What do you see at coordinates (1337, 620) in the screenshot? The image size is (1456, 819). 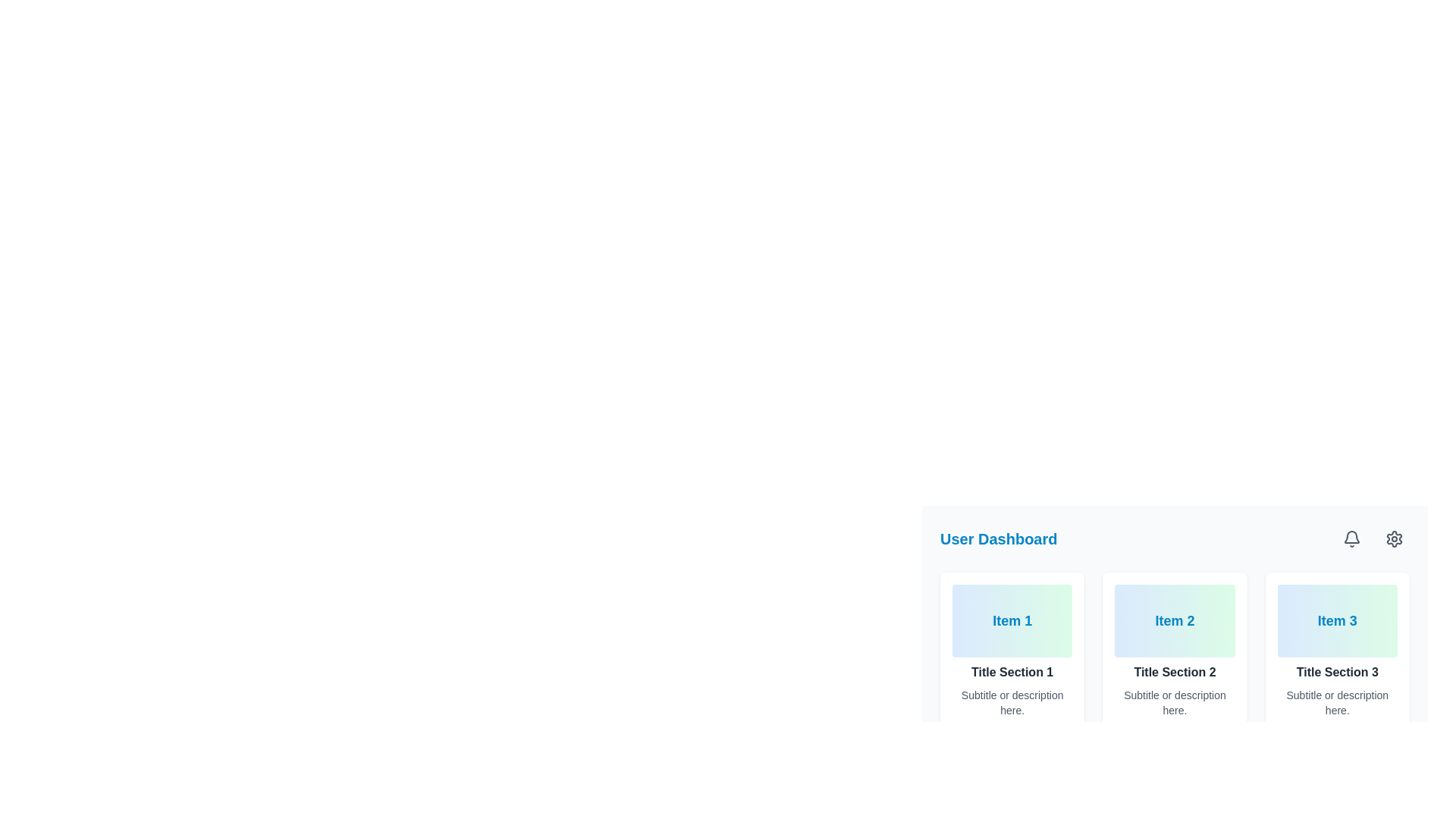 I see `the visual label 'Item 3' within the card component that has a gradient background transitioning from blue to green and features bold, blue-highlighted text` at bounding box center [1337, 620].